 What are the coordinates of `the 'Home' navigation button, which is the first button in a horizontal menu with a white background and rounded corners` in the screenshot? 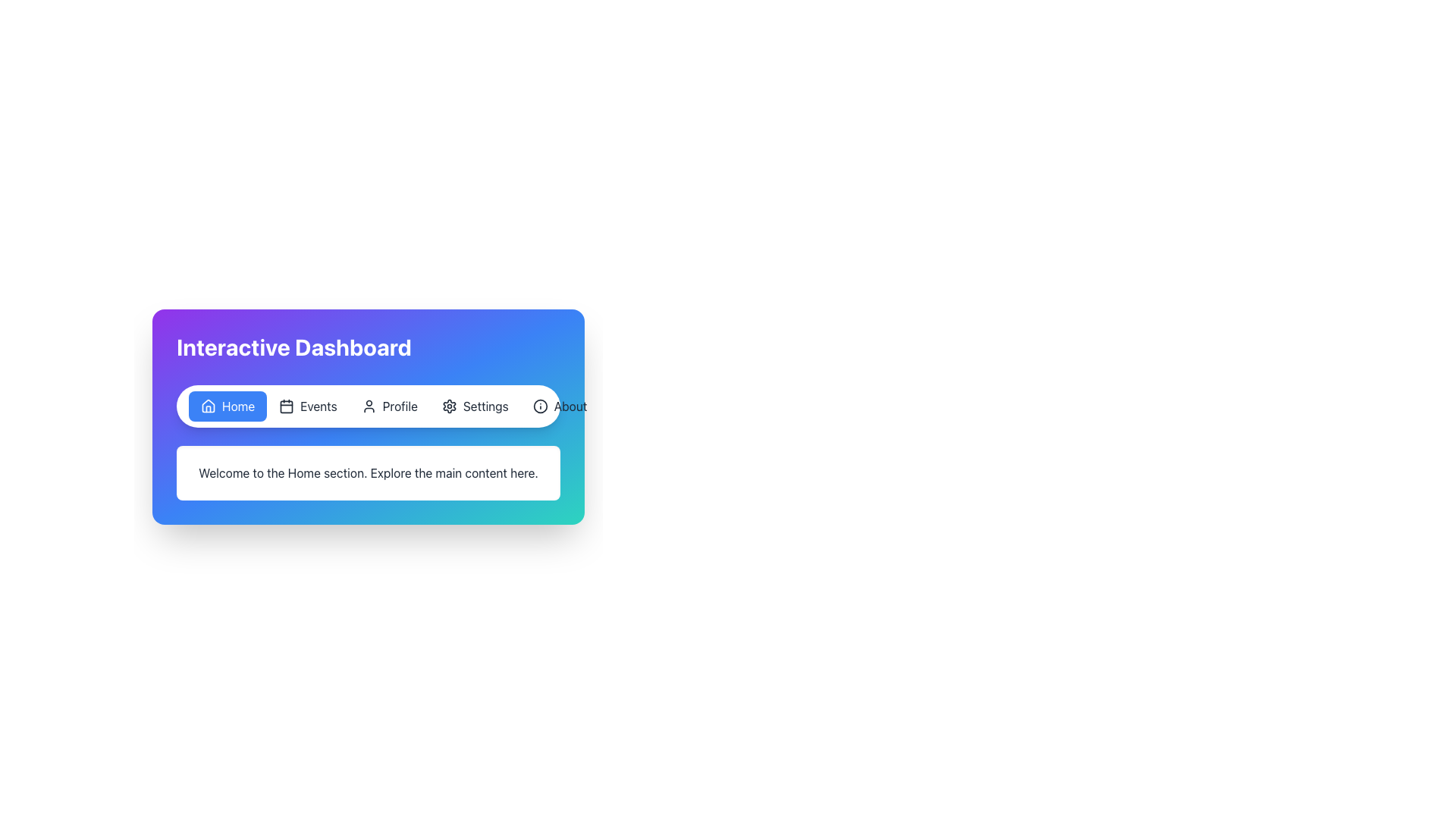 It's located at (227, 406).